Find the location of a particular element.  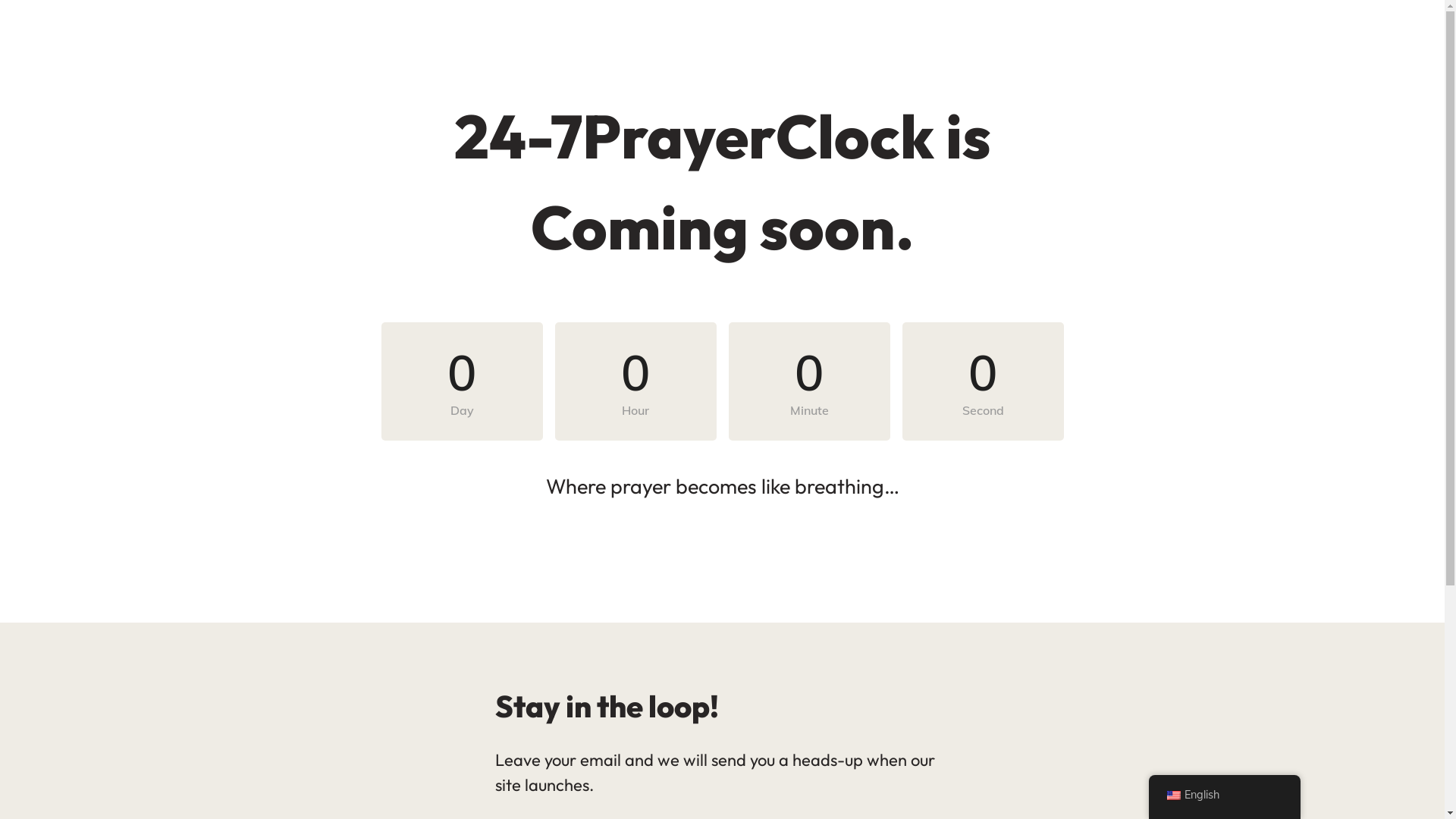

'English' is located at coordinates (1147, 795).